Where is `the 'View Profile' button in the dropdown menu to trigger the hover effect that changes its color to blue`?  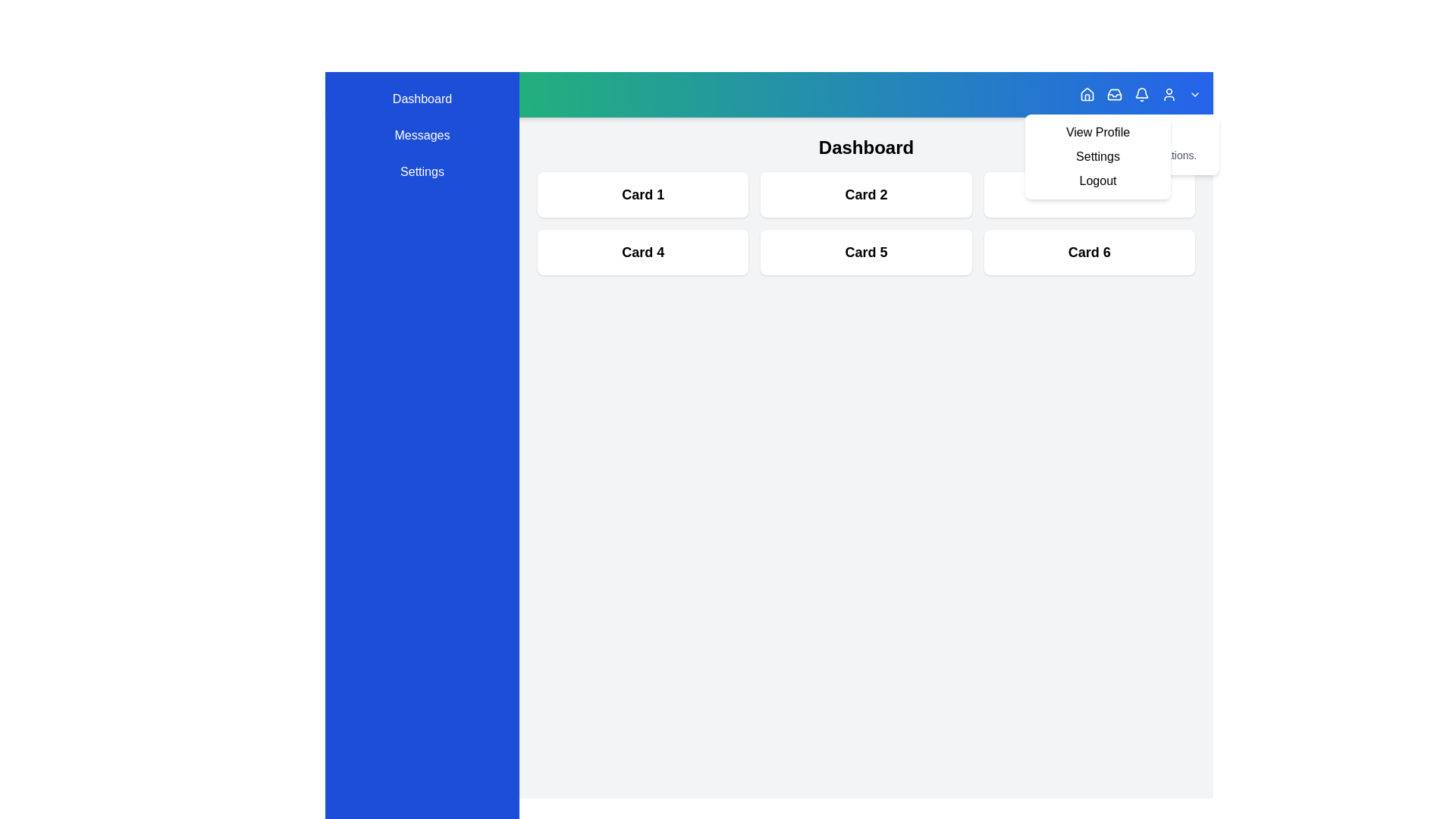
the 'View Profile' button in the dropdown menu to trigger the hover effect that changes its color to blue is located at coordinates (1098, 131).